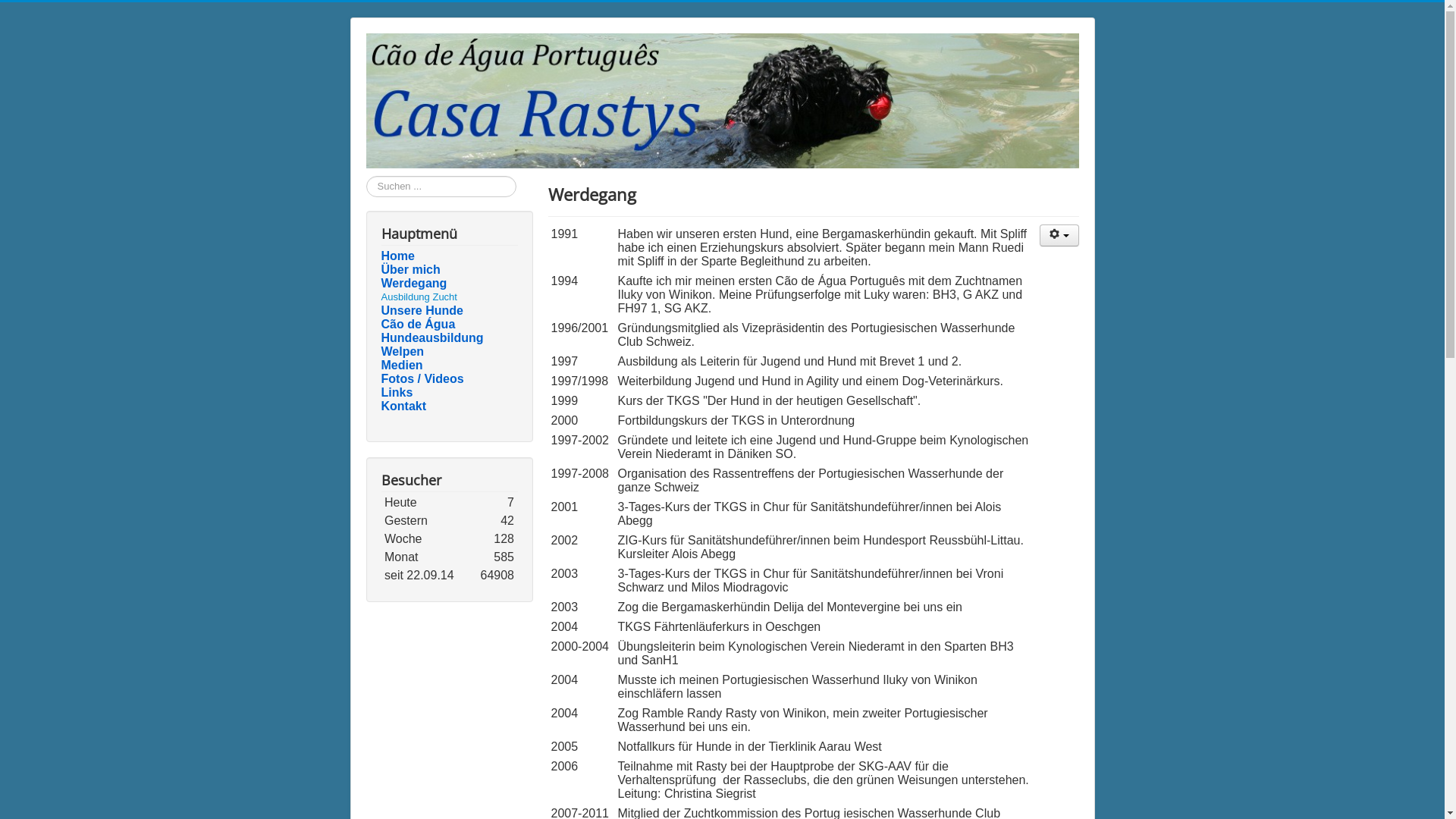 This screenshot has height=819, width=1456. What do you see at coordinates (447, 309) in the screenshot?
I see `'Unsere Hunde'` at bounding box center [447, 309].